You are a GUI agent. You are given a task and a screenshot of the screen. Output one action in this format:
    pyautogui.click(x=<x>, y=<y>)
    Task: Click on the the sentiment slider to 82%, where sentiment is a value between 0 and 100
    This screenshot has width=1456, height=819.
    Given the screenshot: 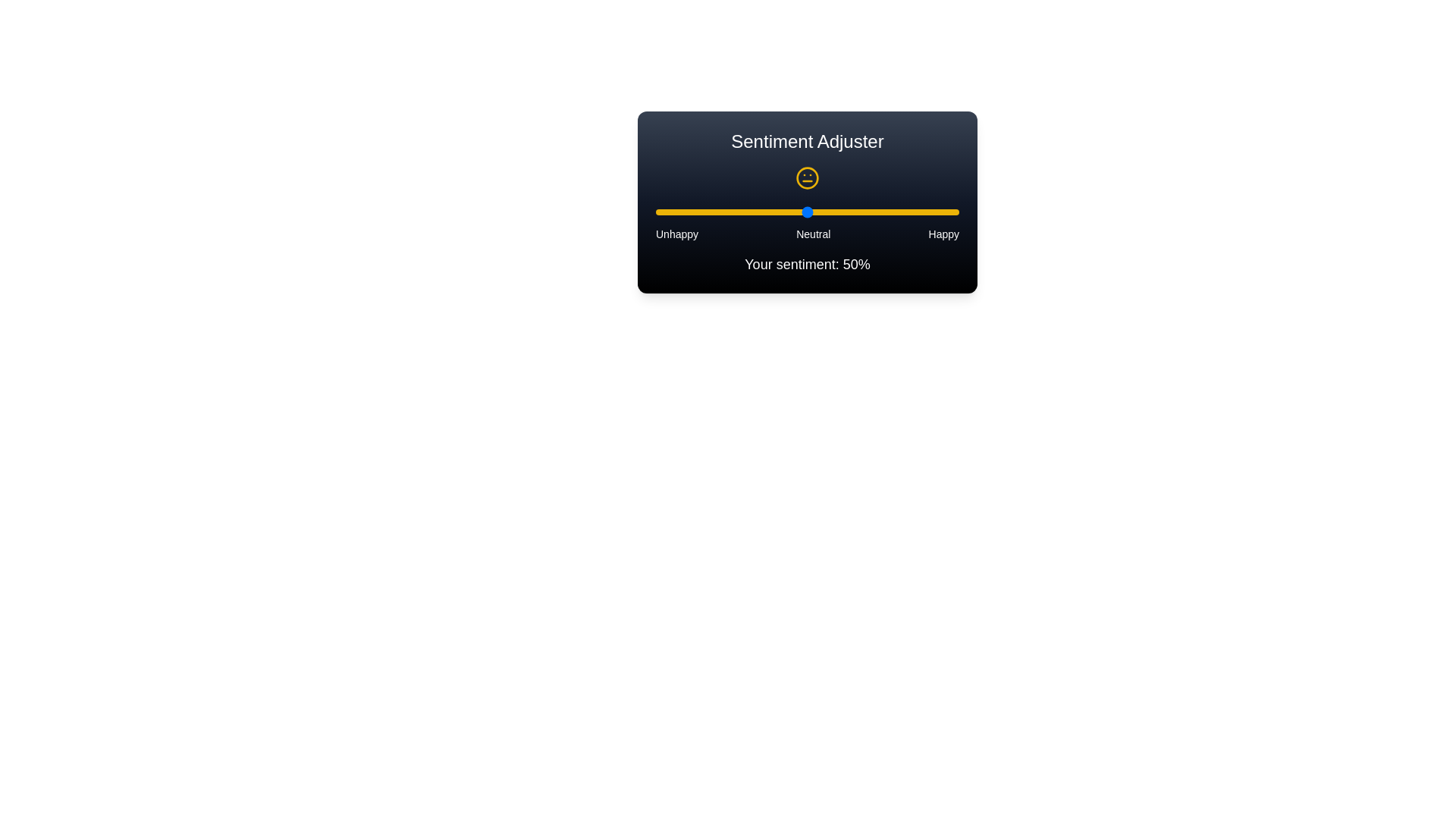 What is the action you would take?
    pyautogui.click(x=905, y=212)
    